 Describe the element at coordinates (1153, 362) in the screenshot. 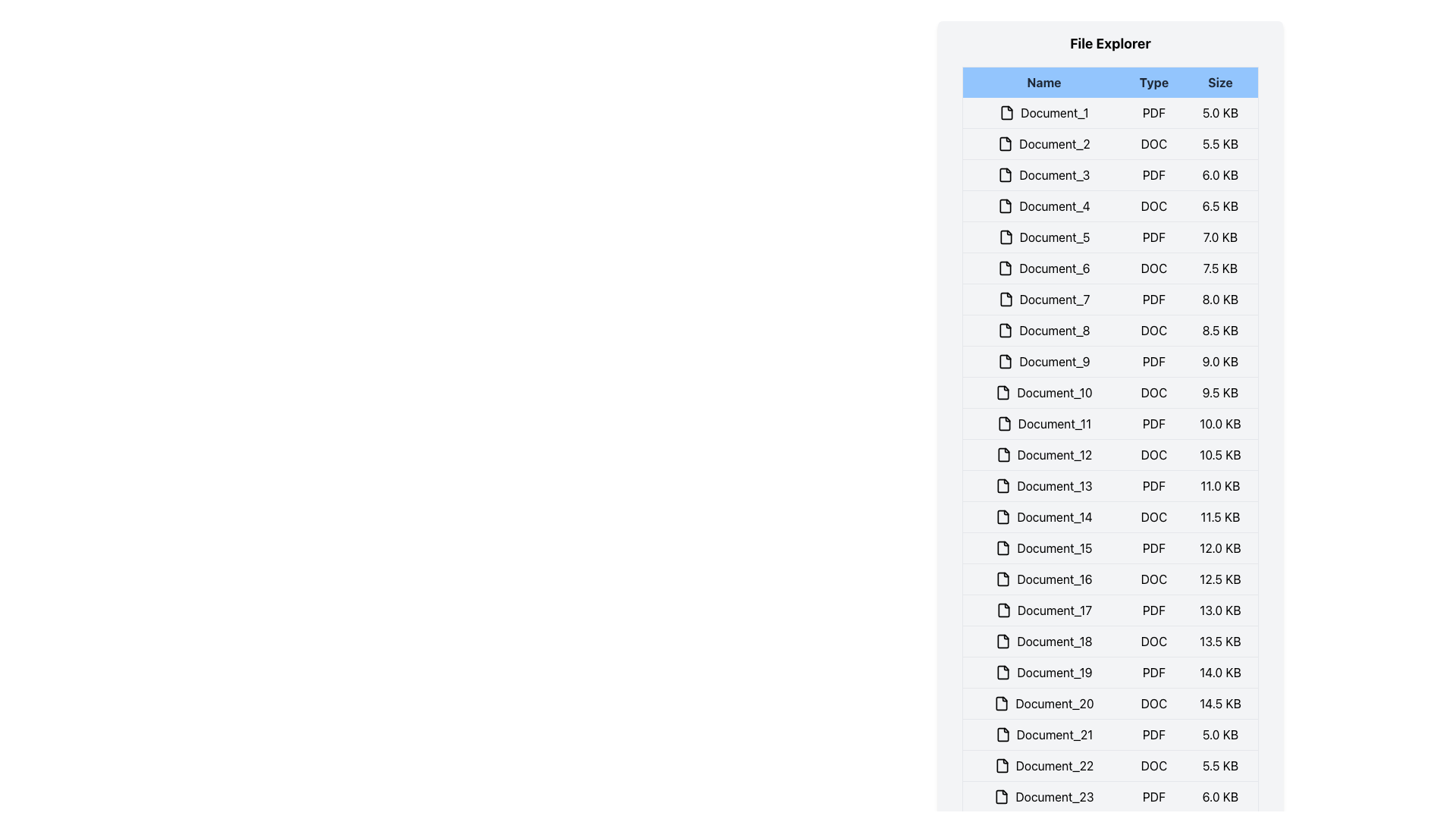

I see `the text label displaying 'PDF' in the 'Type' field of the row related to 'Document_9' in the file explorer interface` at that location.